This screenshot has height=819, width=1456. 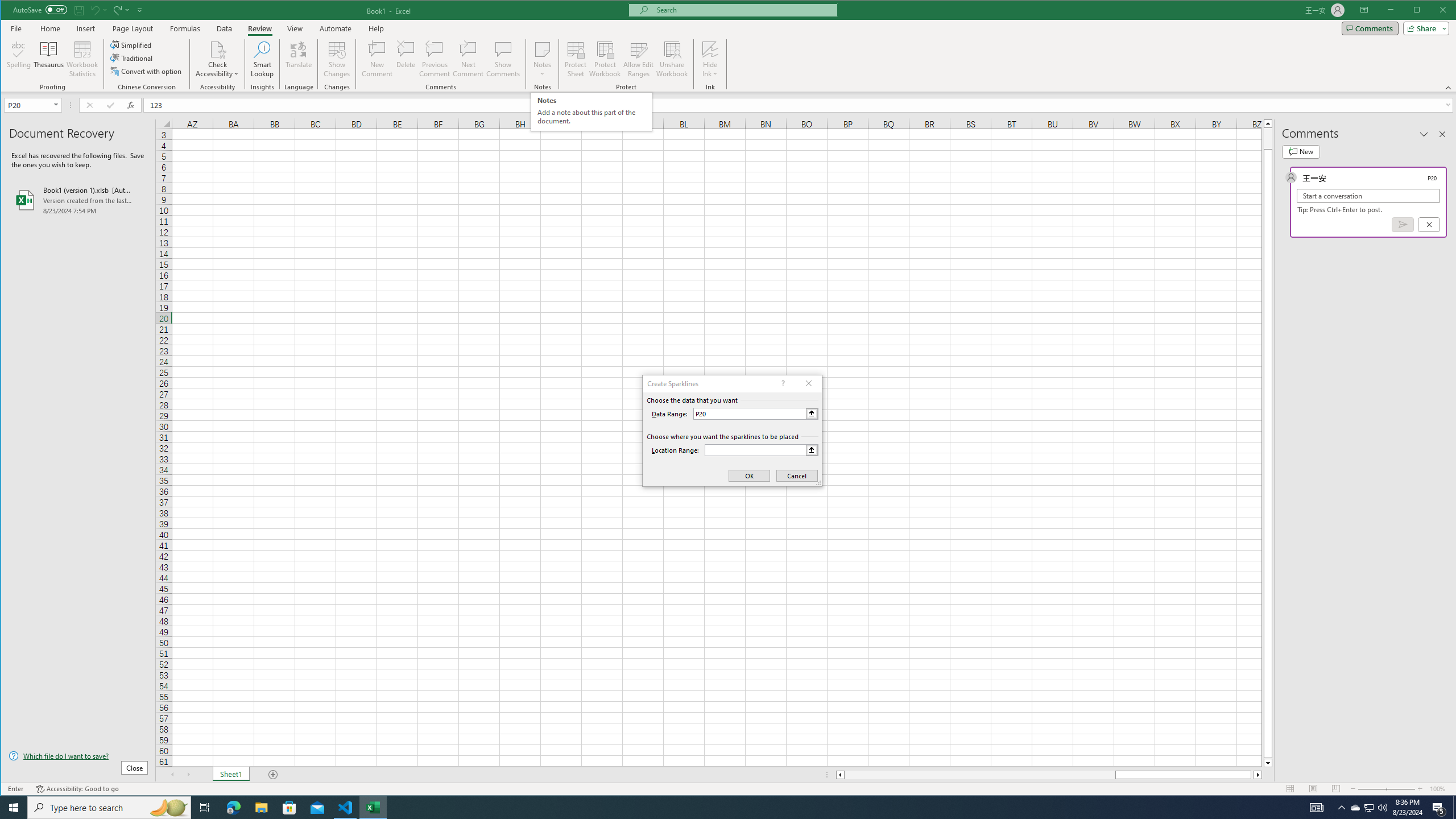 I want to click on 'Page left', so click(x=979, y=775).